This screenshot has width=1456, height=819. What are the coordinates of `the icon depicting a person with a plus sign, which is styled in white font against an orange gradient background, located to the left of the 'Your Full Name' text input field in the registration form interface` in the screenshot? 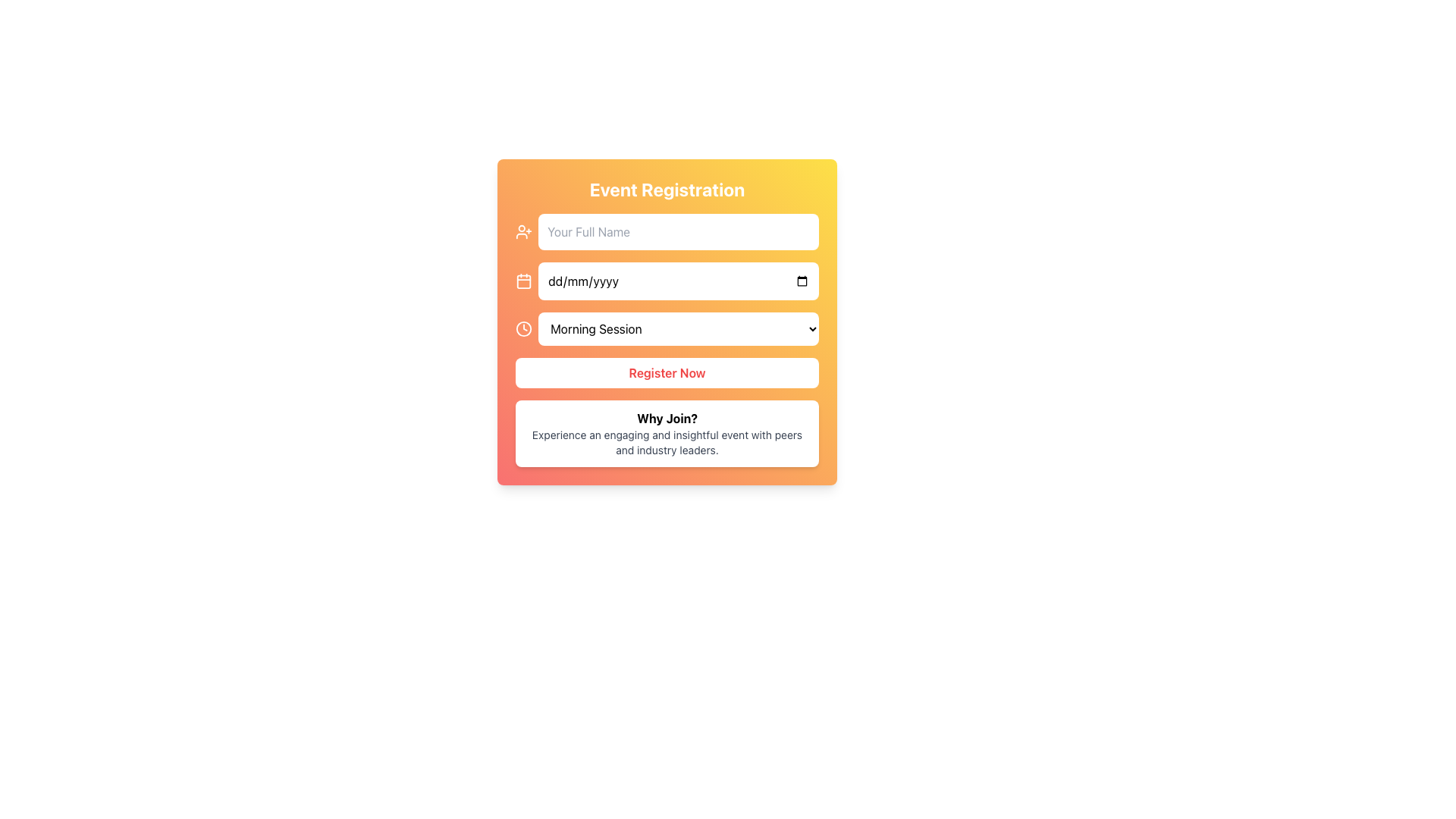 It's located at (524, 231).